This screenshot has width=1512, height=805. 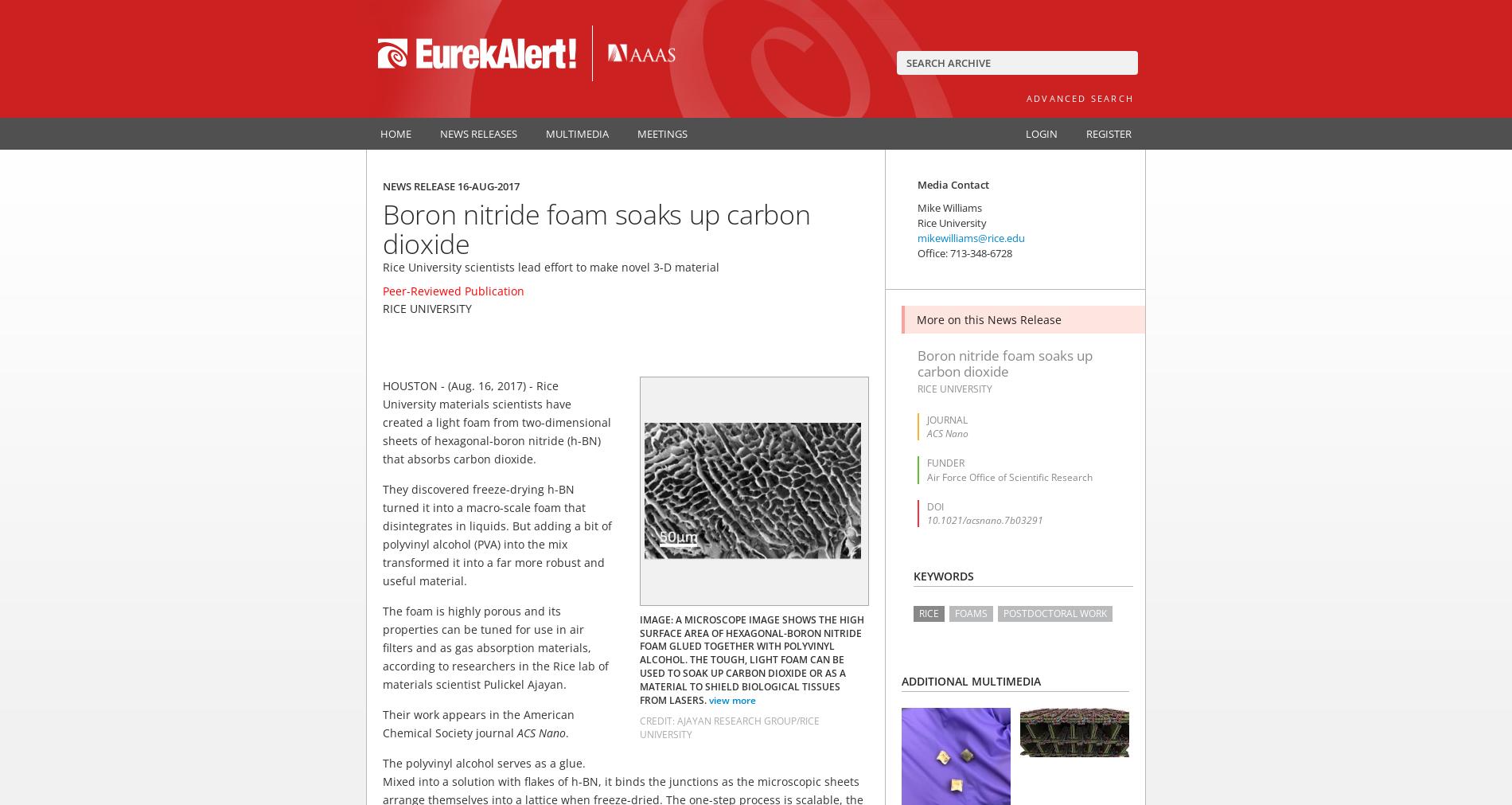 What do you see at coordinates (927, 420) in the screenshot?
I see `'Journal'` at bounding box center [927, 420].